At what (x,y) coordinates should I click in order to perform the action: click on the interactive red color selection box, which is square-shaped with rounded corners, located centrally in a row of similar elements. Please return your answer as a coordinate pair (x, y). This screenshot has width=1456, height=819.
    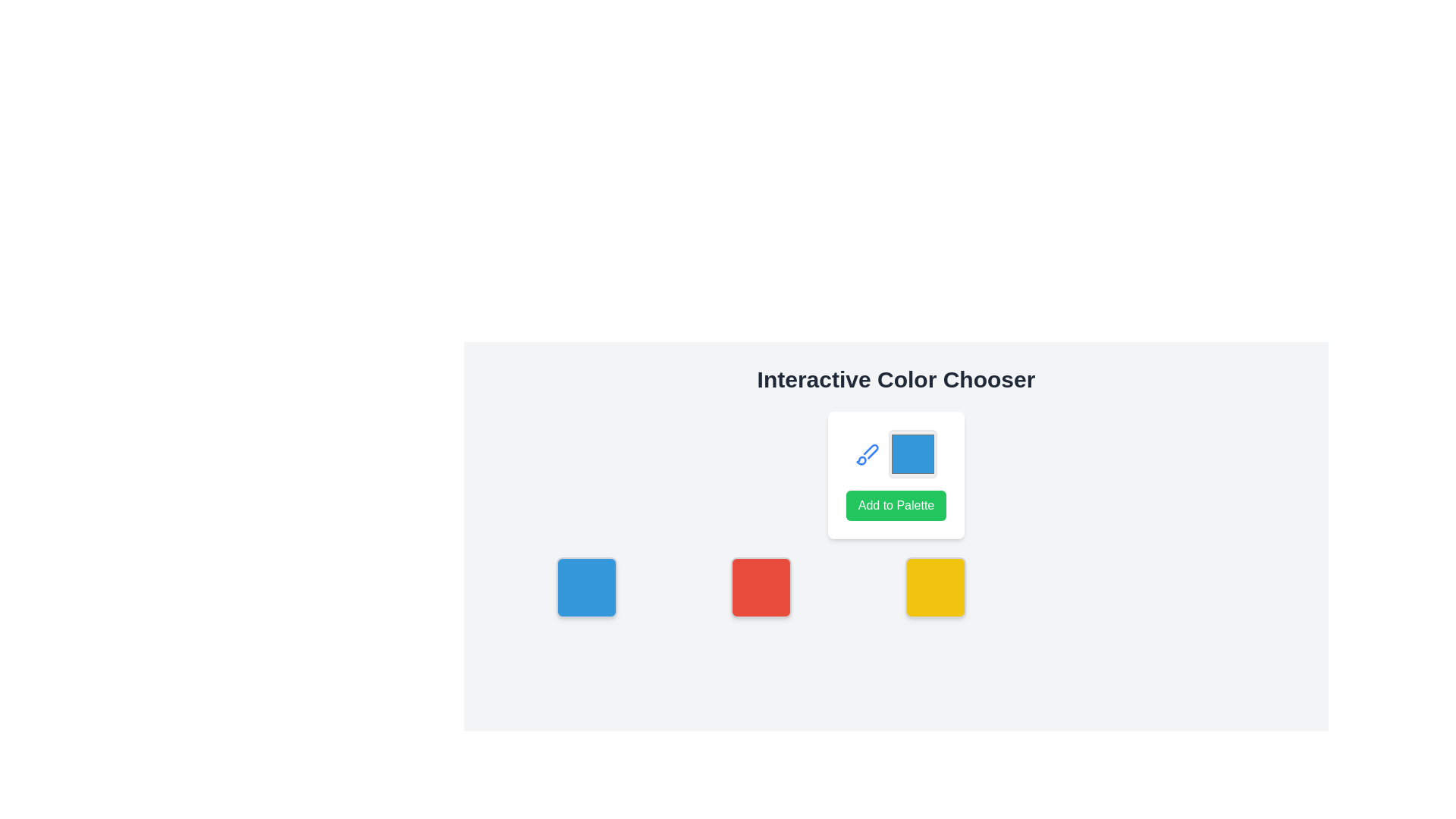
    Looking at the image, I should click on (761, 587).